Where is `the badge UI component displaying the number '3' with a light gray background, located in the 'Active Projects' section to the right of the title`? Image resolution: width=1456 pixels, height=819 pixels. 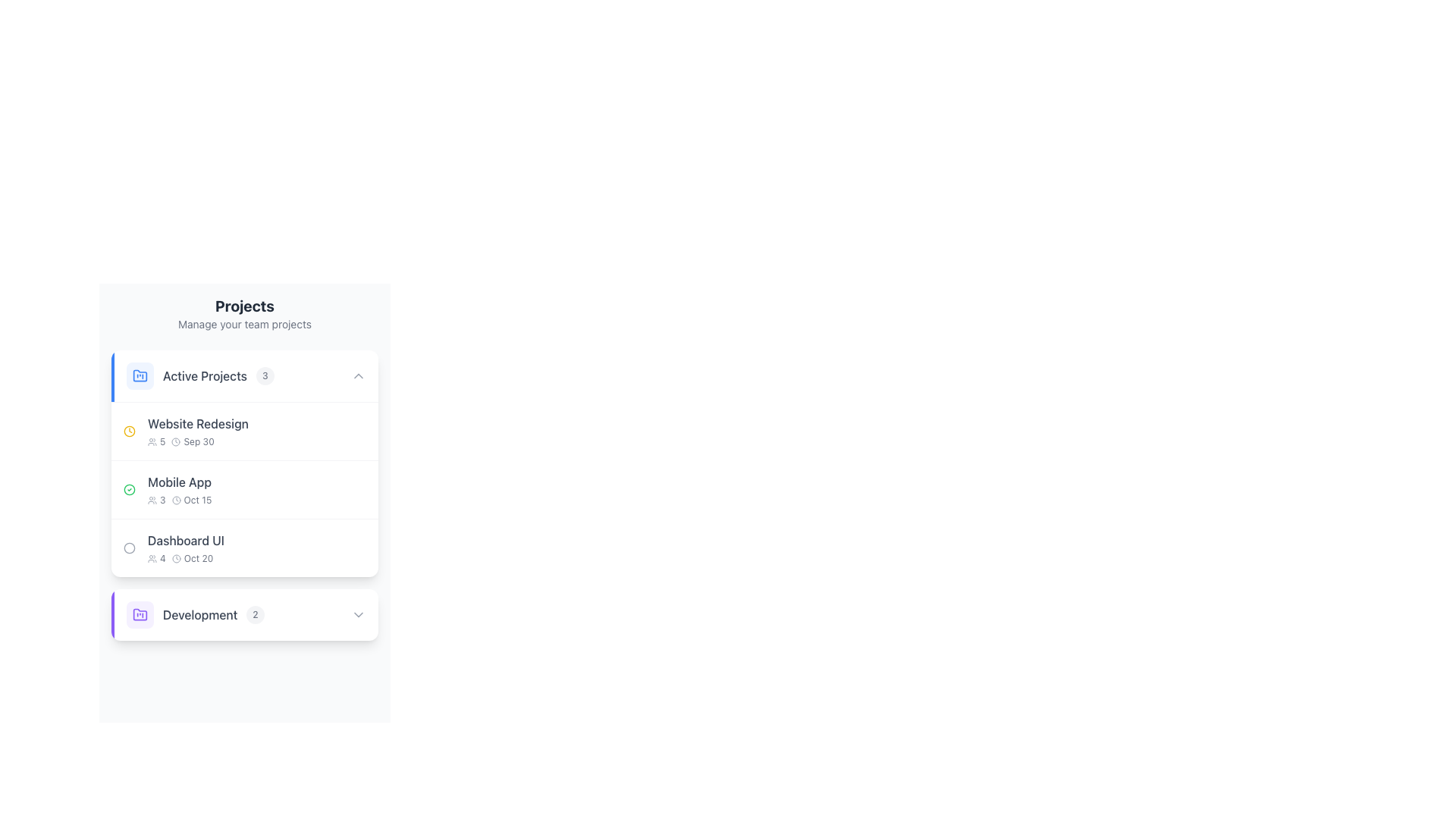 the badge UI component displaying the number '3' with a light gray background, located in the 'Active Projects' section to the right of the title is located at coordinates (265, 375).